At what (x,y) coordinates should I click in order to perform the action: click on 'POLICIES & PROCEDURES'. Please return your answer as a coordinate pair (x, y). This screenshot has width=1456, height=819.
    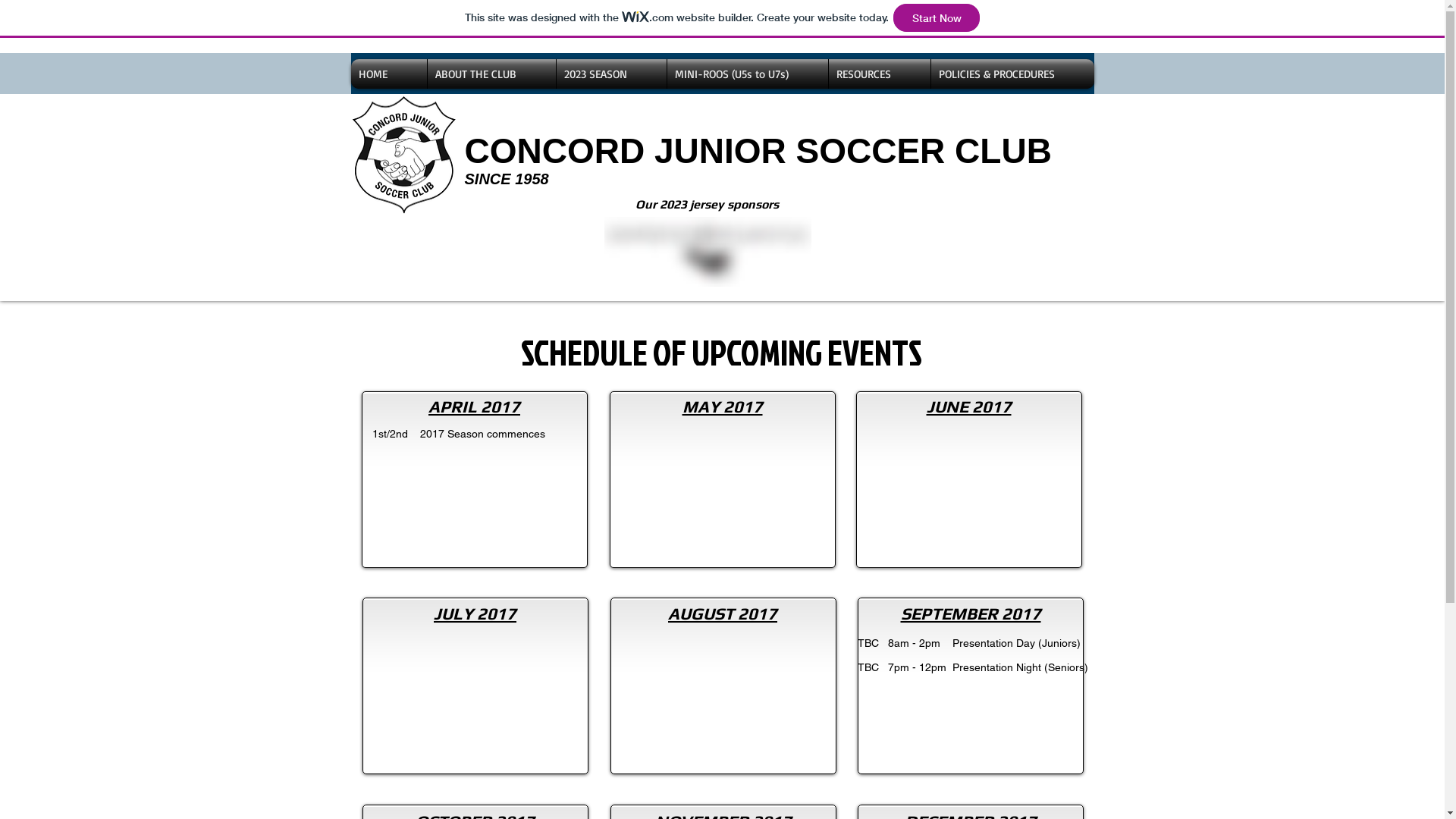
    Looking at the image, I should click on (1012, 74).